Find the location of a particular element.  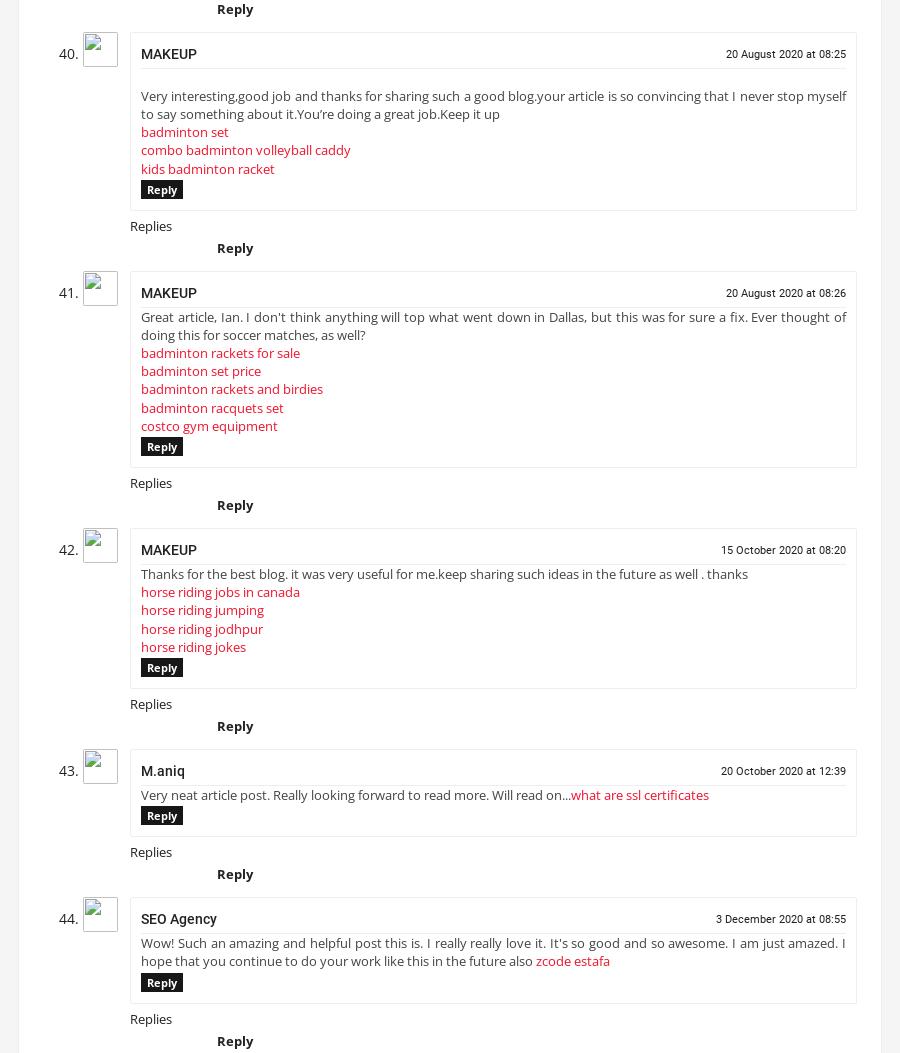

'badminton racquets set' is located at coordinates (212, 414).